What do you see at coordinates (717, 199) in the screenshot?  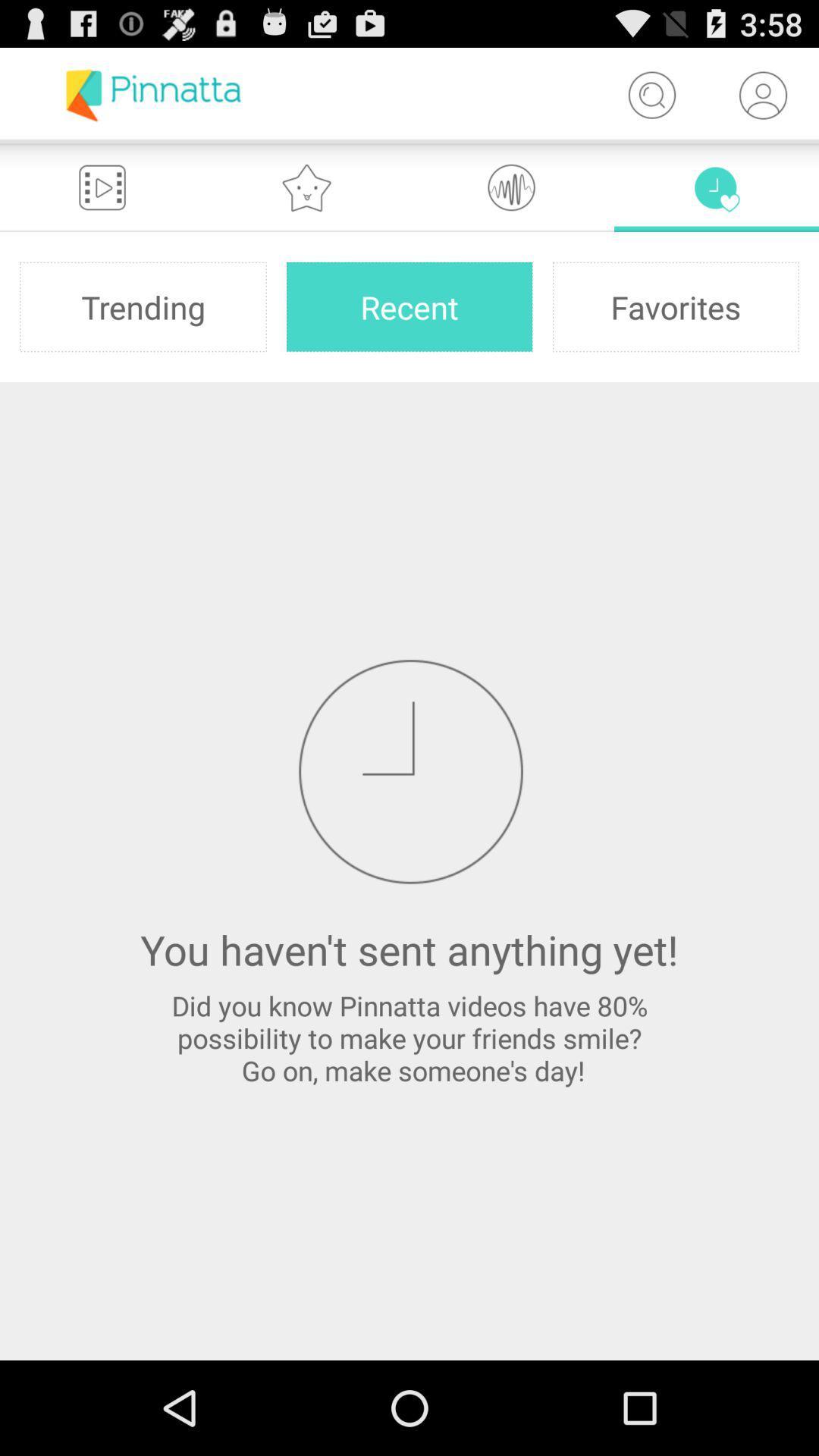 I see `the swap icon` at bounding box center [717, 199].